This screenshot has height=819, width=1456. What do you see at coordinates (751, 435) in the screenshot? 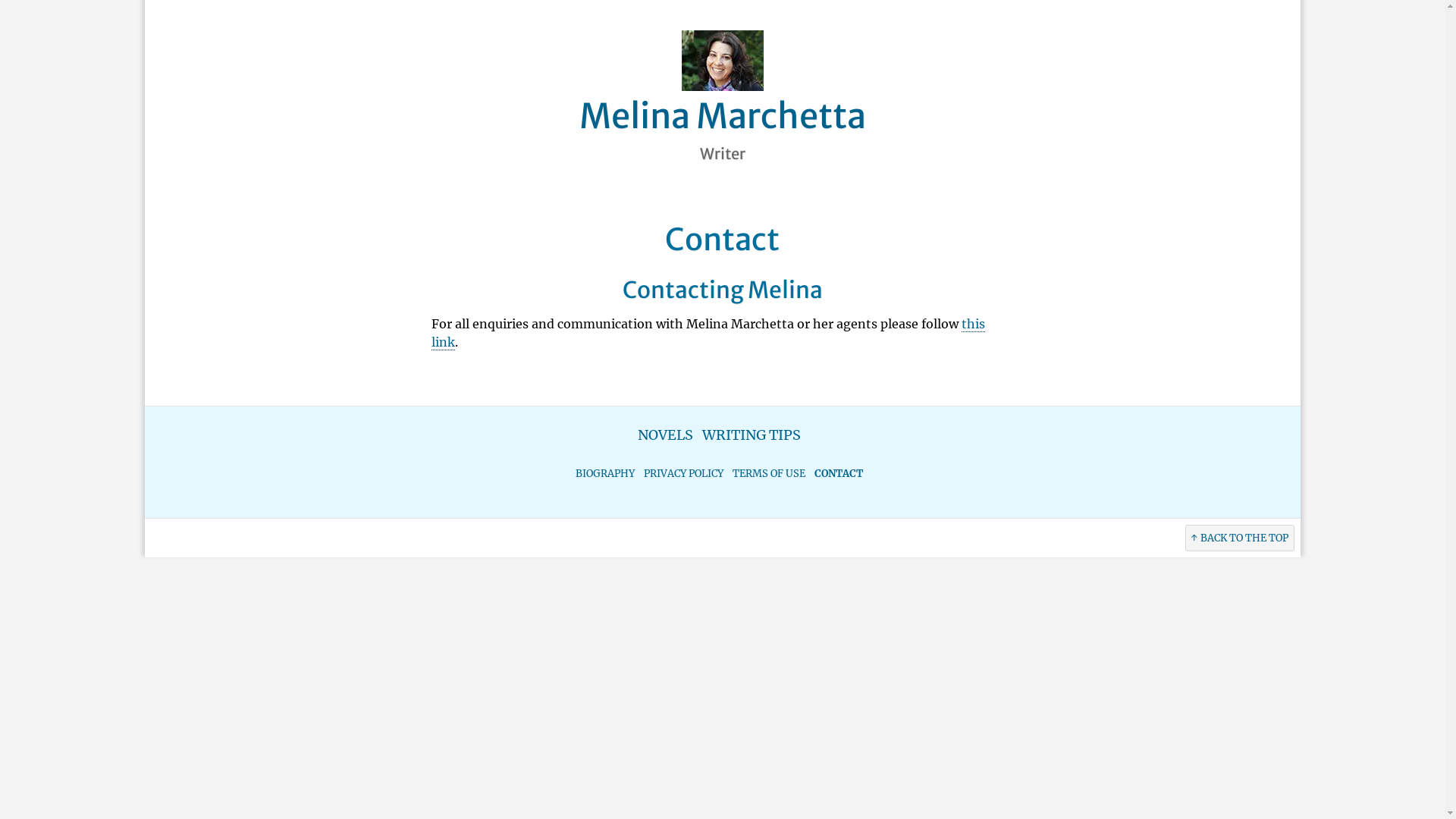
I see `'WRITING TIPS'` at bounding box center [751, 435].